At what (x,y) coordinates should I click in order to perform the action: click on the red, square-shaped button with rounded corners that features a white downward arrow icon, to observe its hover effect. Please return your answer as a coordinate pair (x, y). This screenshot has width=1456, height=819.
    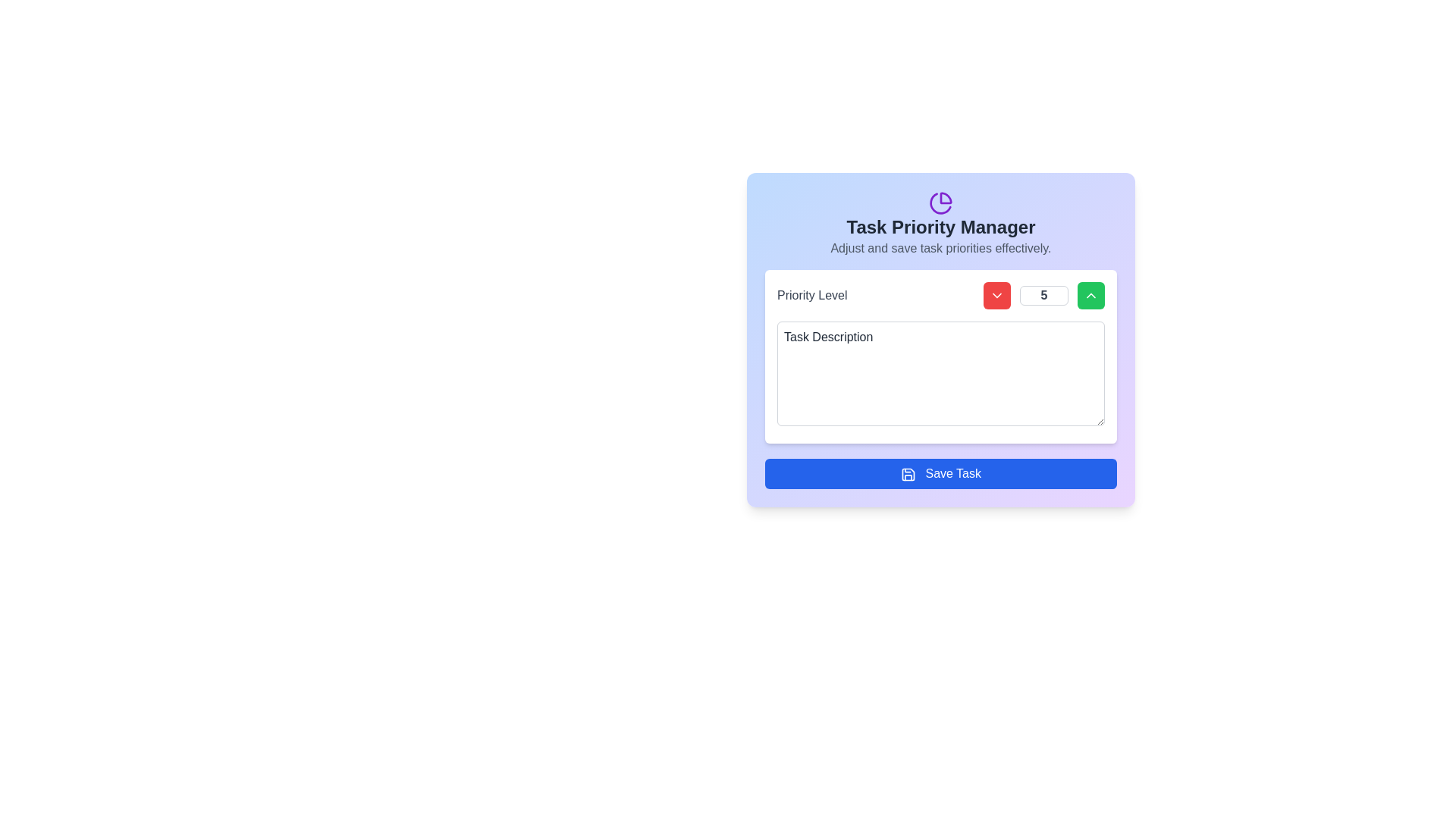
    Looking at the image, I should click on (997, 295).